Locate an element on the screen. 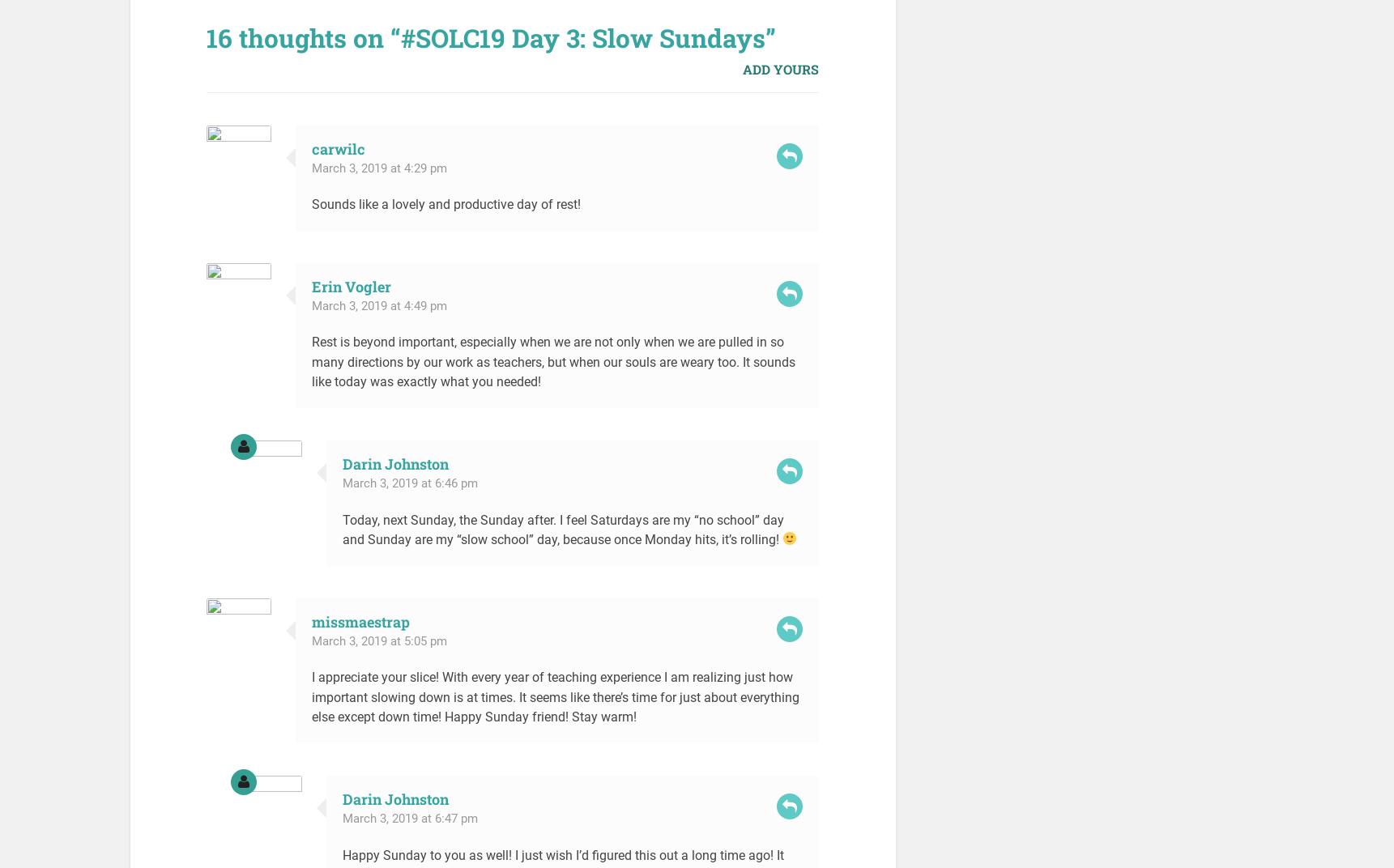  'March 3, 2019 at 5:05 pm' is located at coordinates (311, 640).